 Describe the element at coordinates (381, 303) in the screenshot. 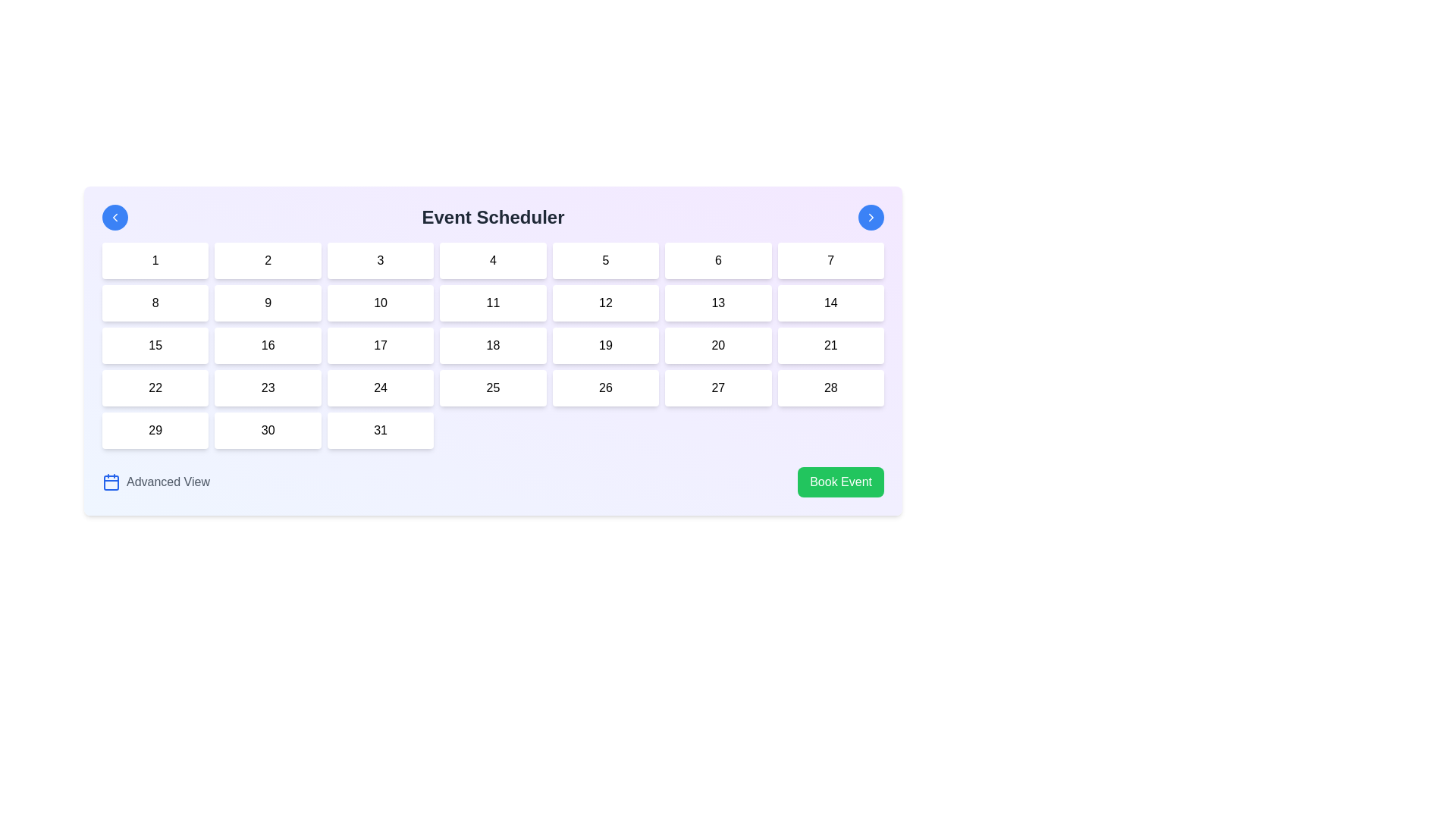

I see `the button labeled '10' within the 'Event Scheduler' grid to observe the background color change to light blue` at that location.